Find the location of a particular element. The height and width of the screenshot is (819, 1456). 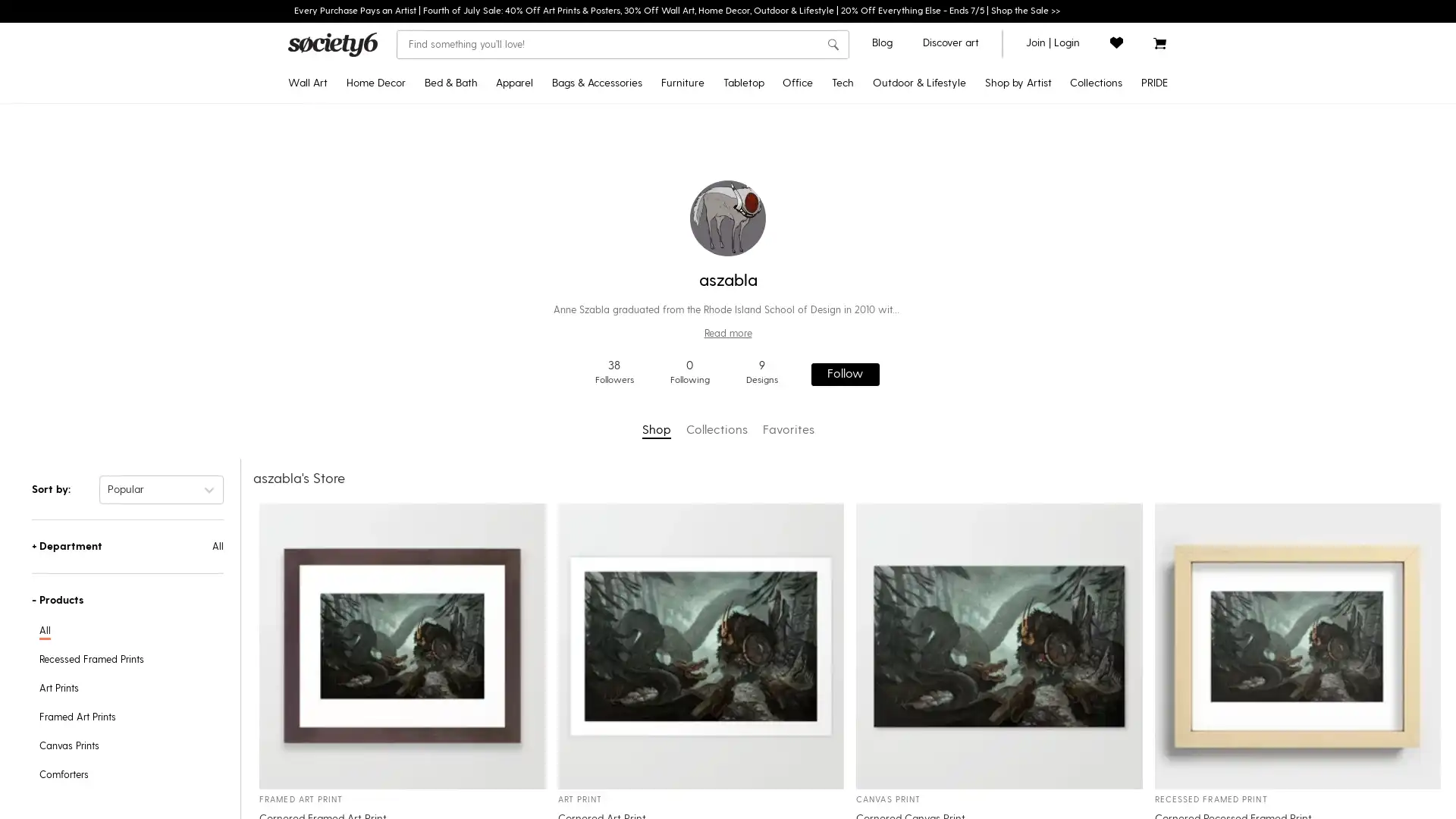

iPad Folio Cases is located at coordinates (896, 268).